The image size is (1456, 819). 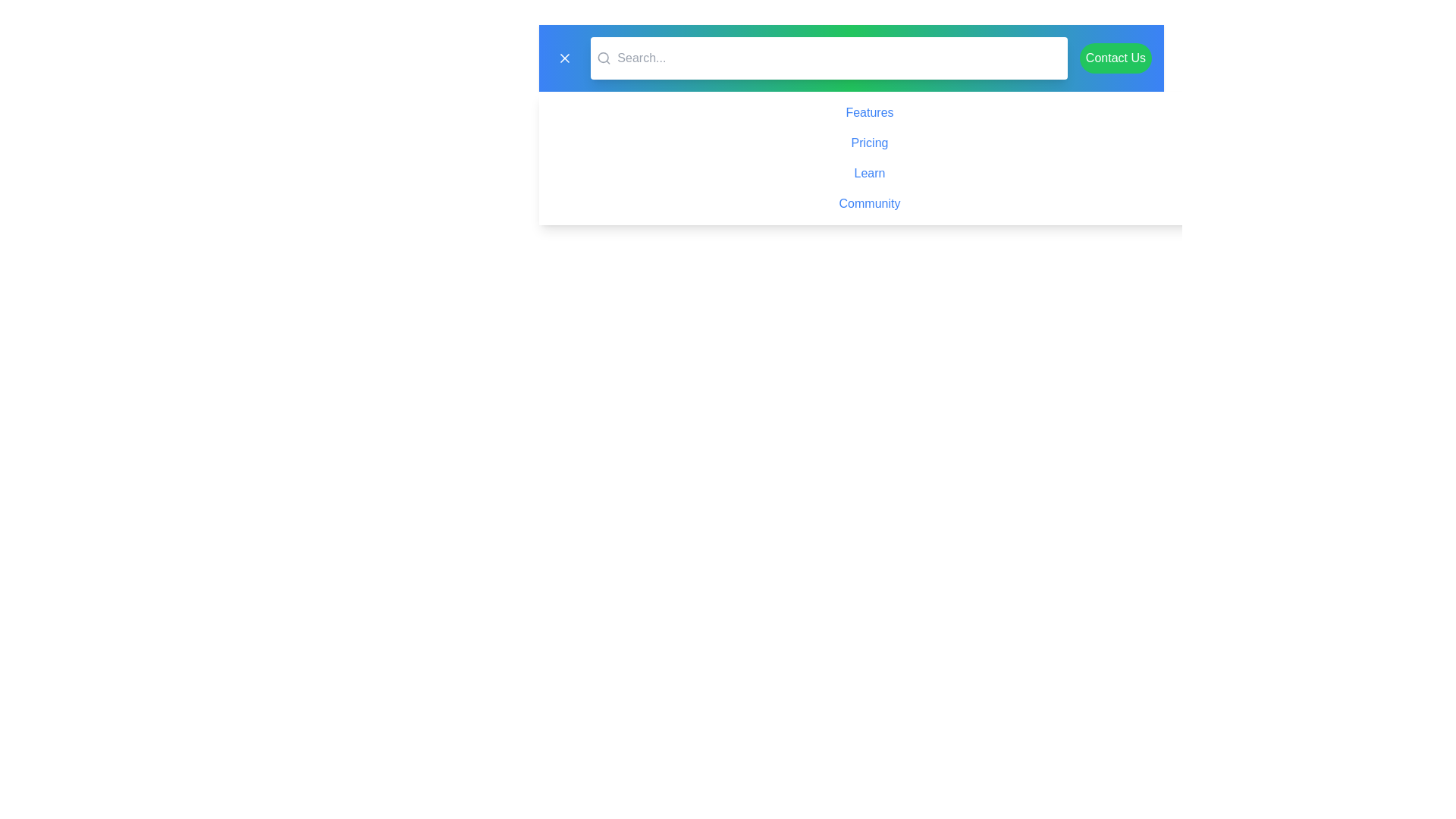 What do you see at coordinates (1116, 58) in the screenshot?
I see `the rightmost button on the horizontal bar` at bounding box center [1116, 58].